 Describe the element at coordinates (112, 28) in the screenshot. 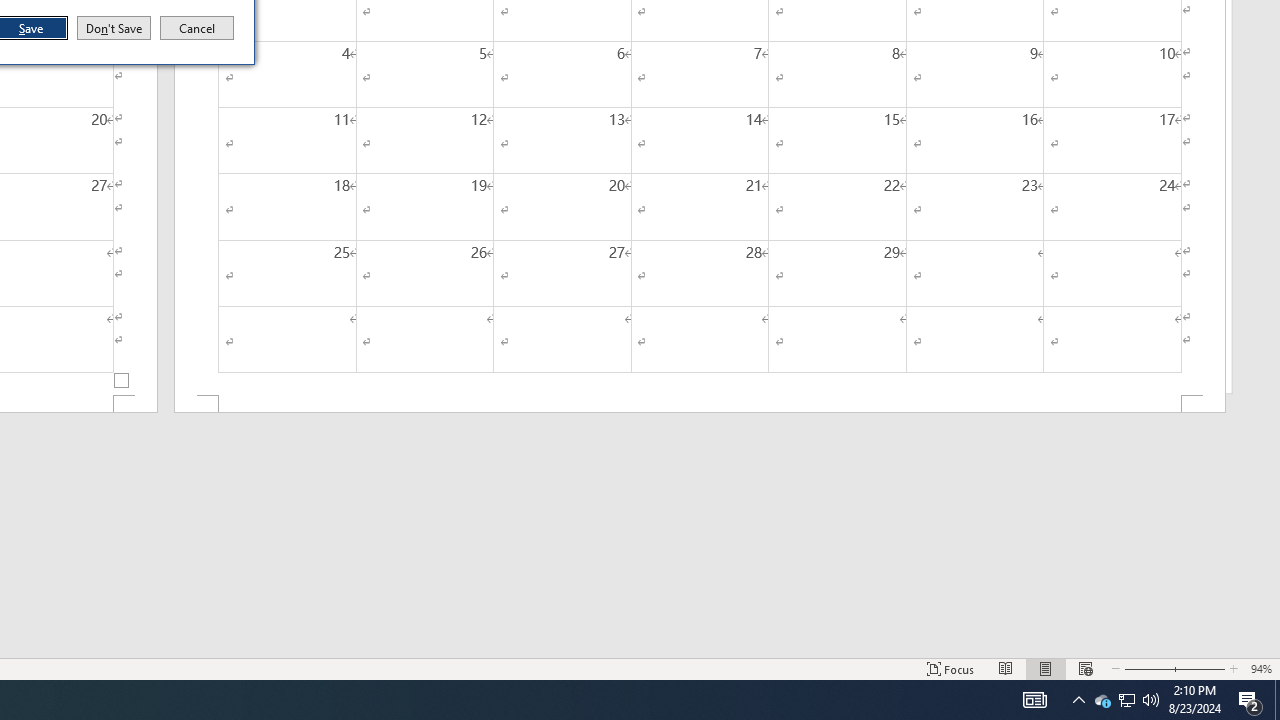

I see `'Don'` at that location.